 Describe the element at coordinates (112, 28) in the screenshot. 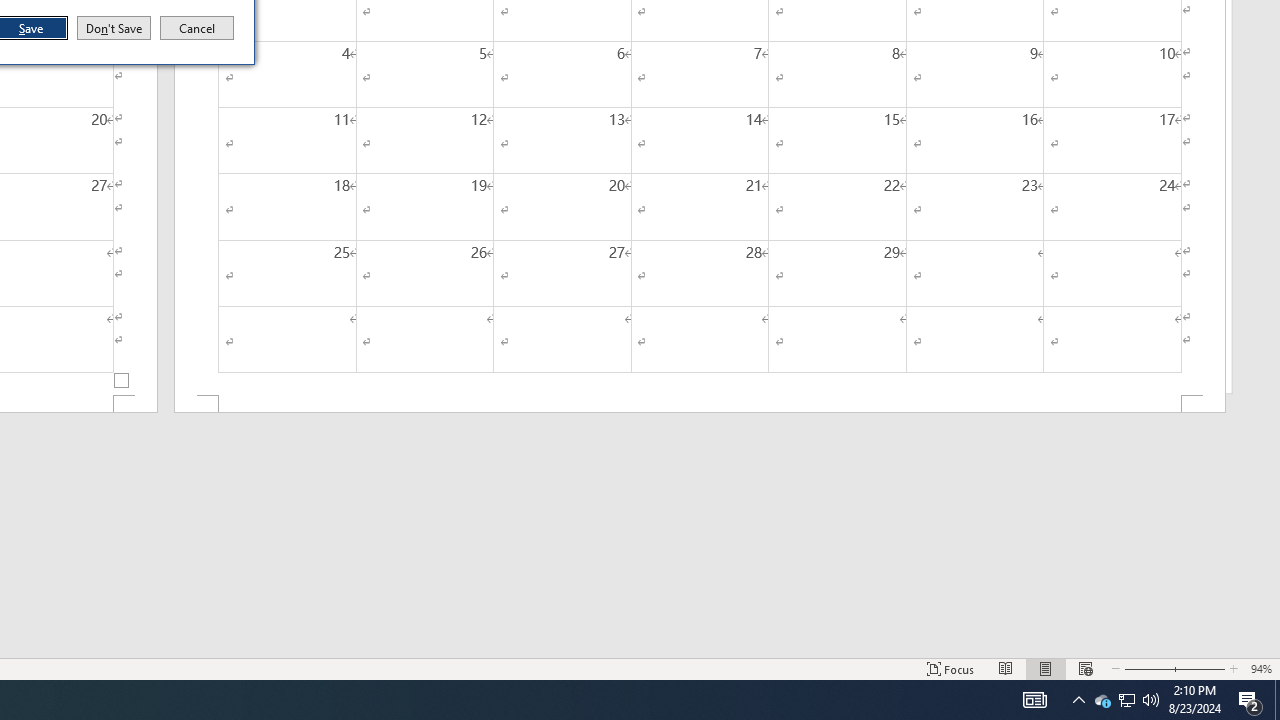

I see `'Don'` at that location.